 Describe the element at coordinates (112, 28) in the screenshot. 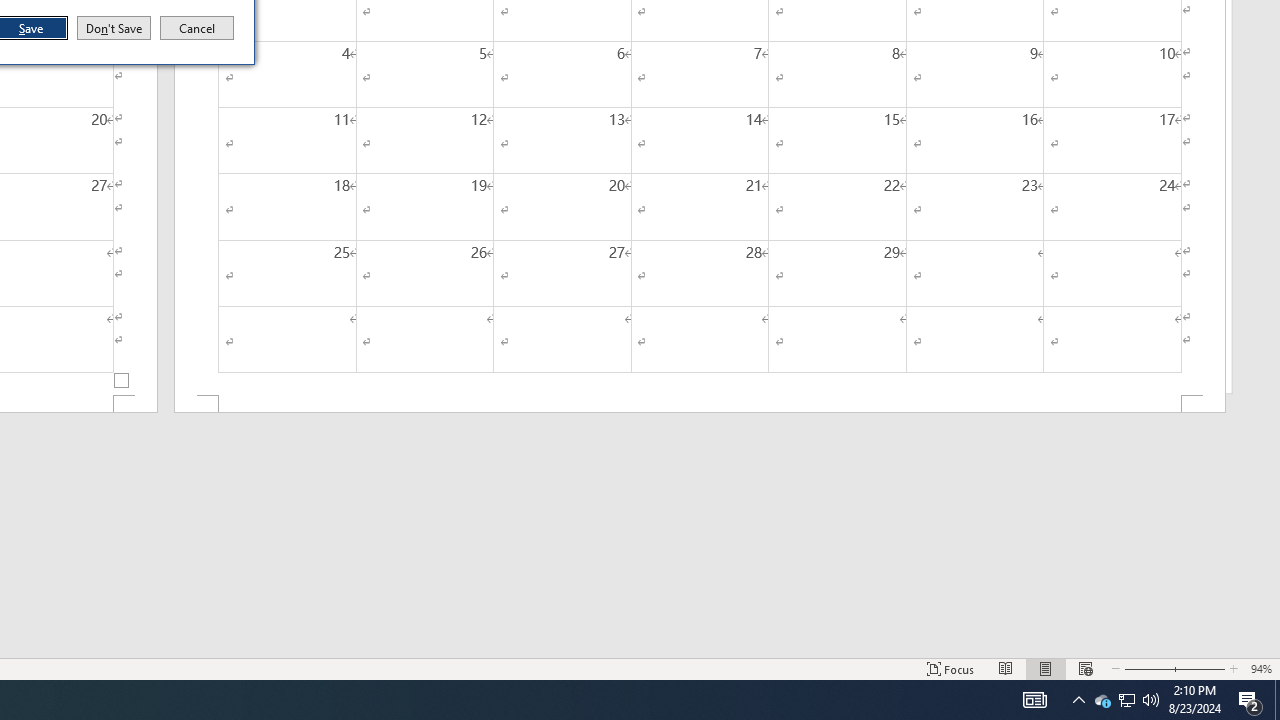

I see `'Don'` at that location.